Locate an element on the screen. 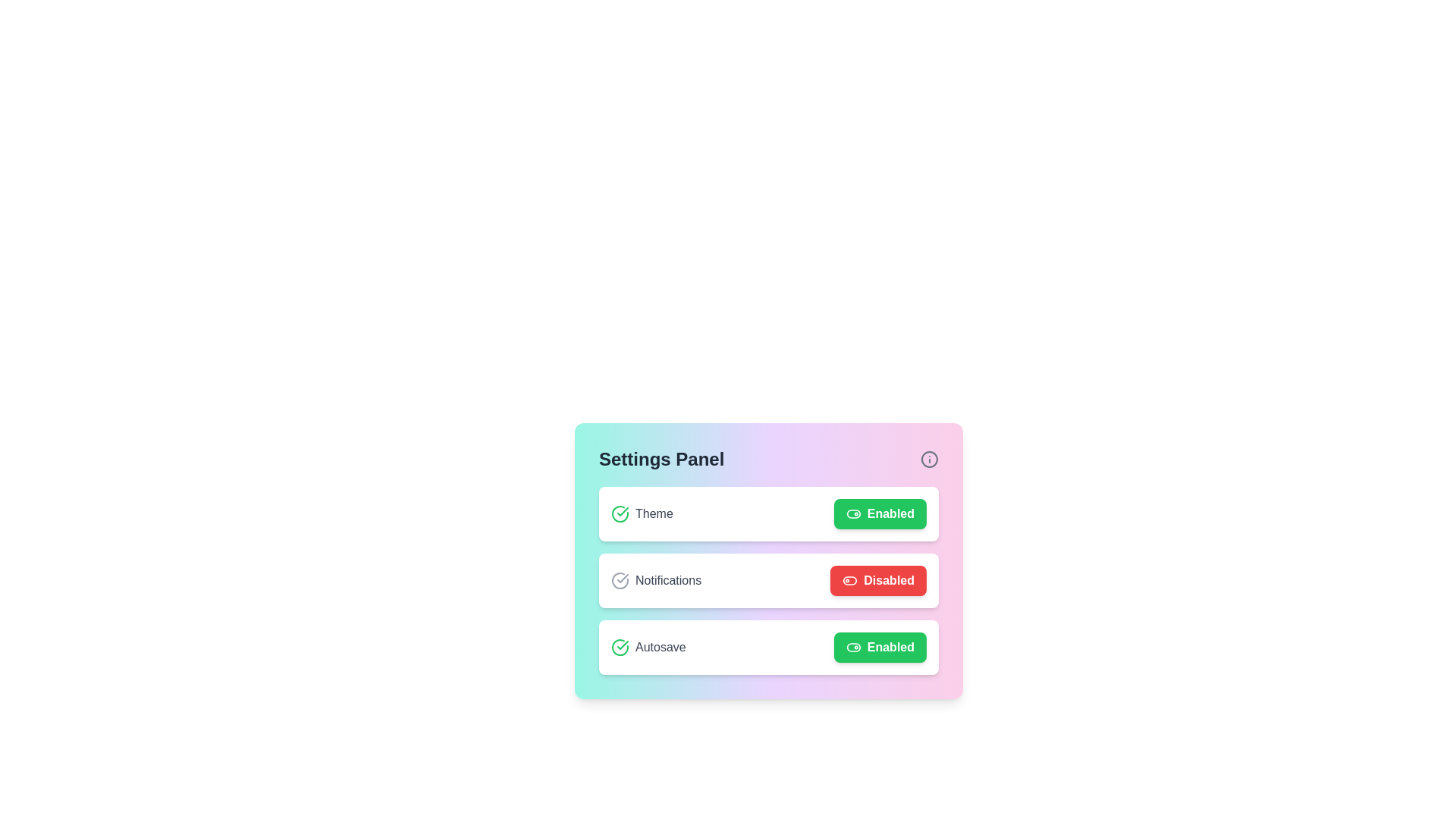 The image size is (1456, 819). the setting item Theme is located at coordinates (768, 513).